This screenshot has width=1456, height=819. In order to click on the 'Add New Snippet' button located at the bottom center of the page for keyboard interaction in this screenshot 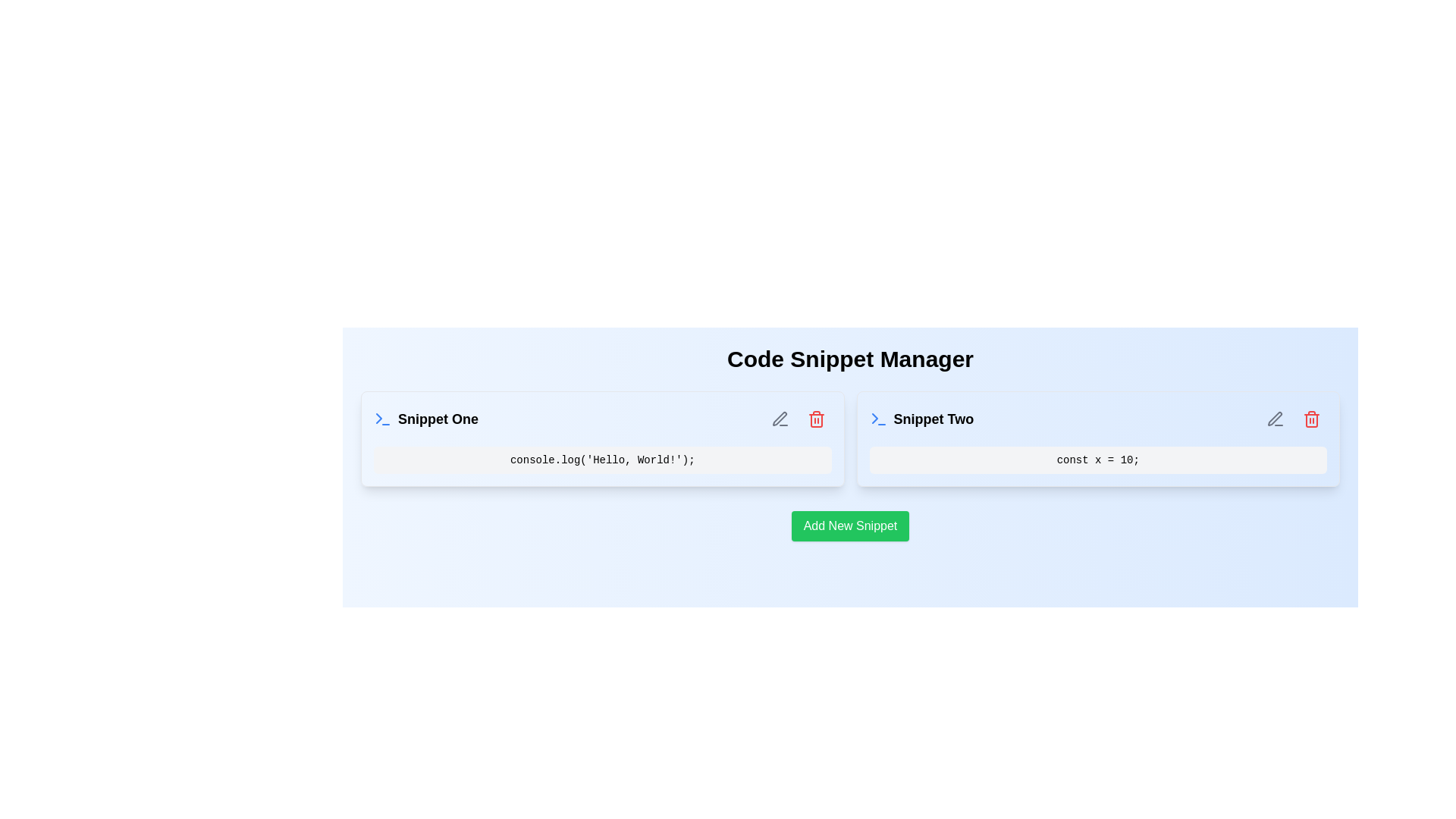, I will do `click(850, 526)`.